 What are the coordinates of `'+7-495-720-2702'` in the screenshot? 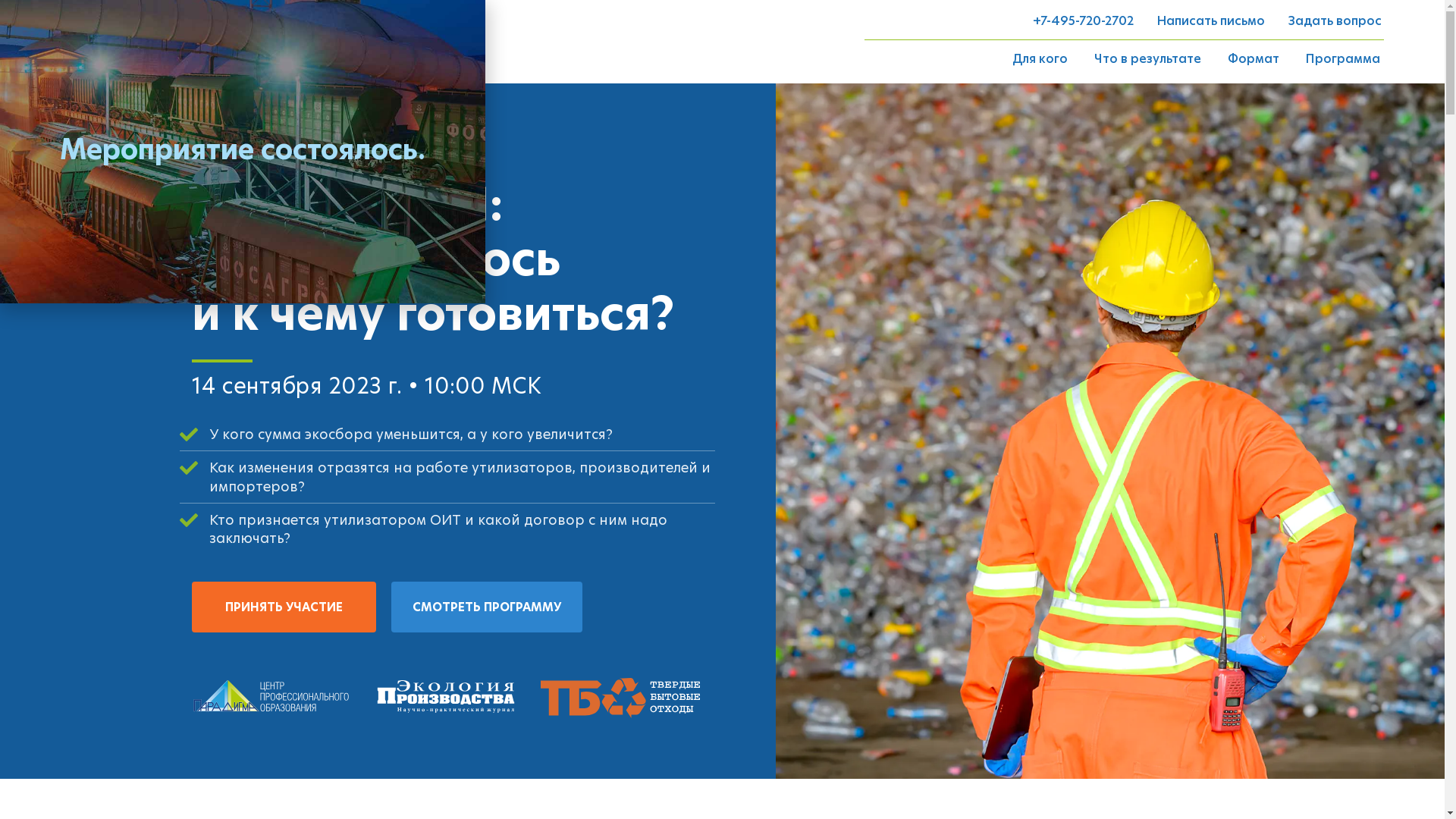 It's located at (1082, 20).